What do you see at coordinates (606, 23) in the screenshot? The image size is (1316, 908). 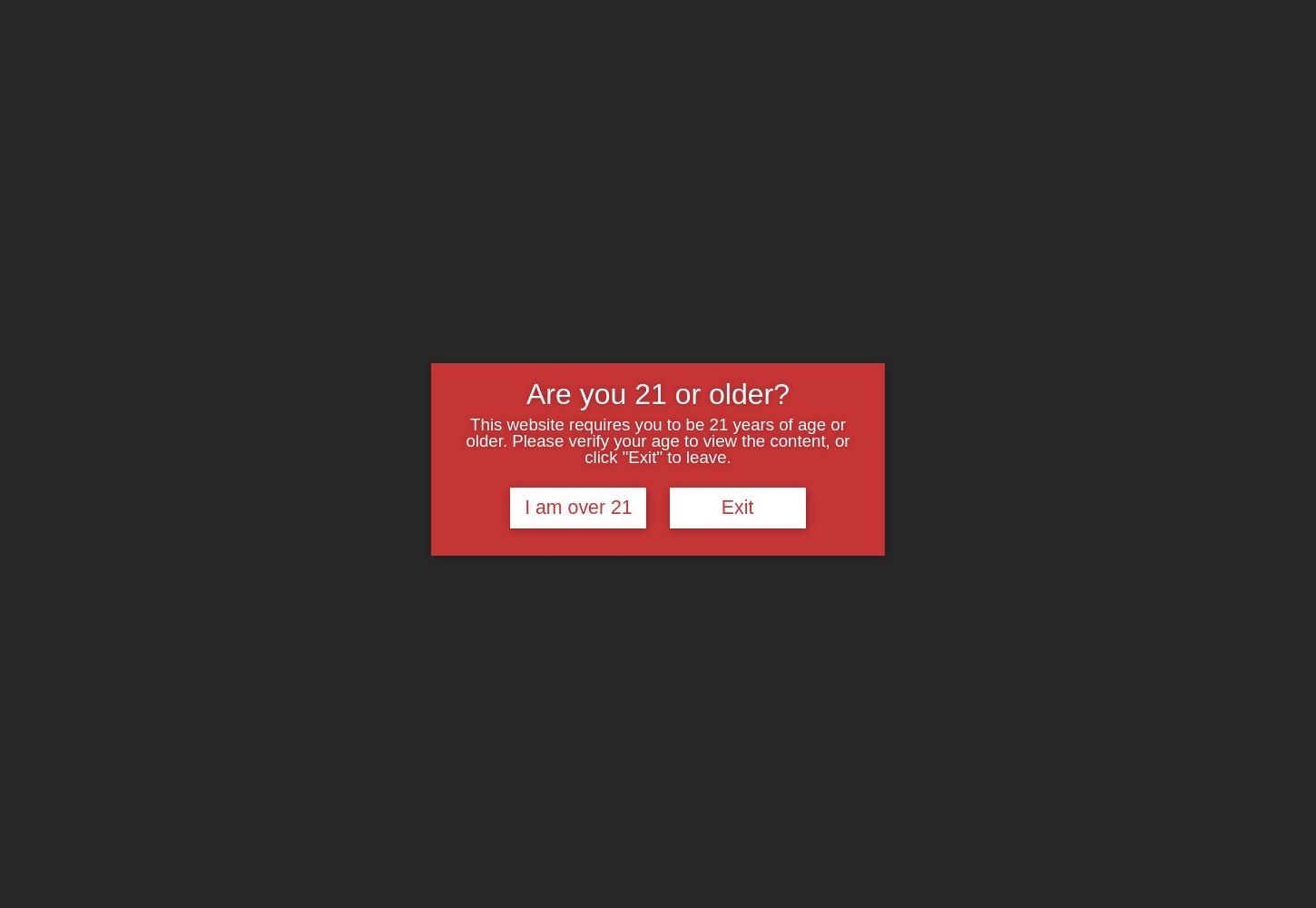 I see `'Angels Share'` at bounding box center [606, 23].